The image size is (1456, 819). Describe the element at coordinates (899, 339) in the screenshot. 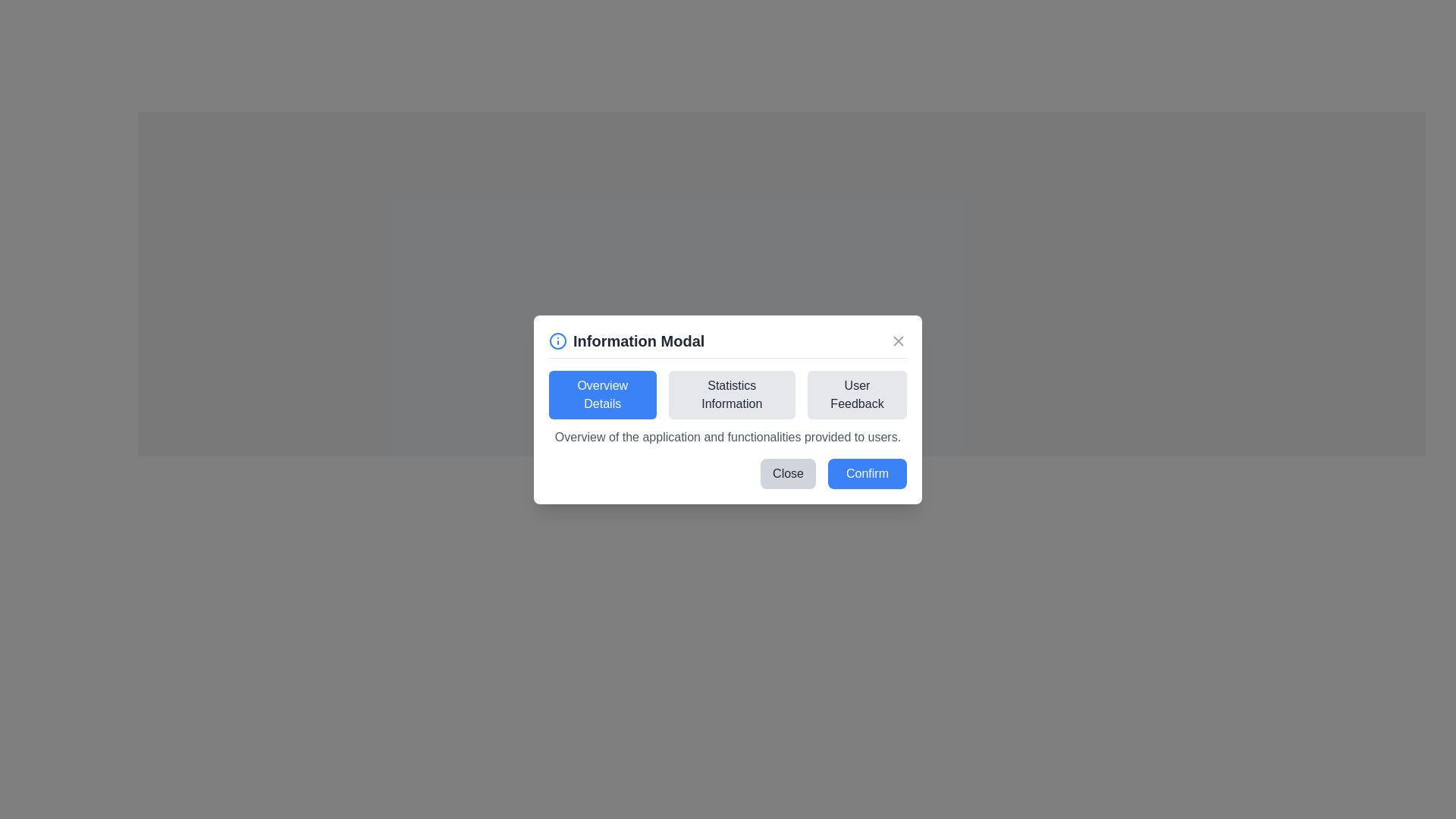

I see `the 'close' button with an icon located to the right of the 'Information Modal' header` at that location.